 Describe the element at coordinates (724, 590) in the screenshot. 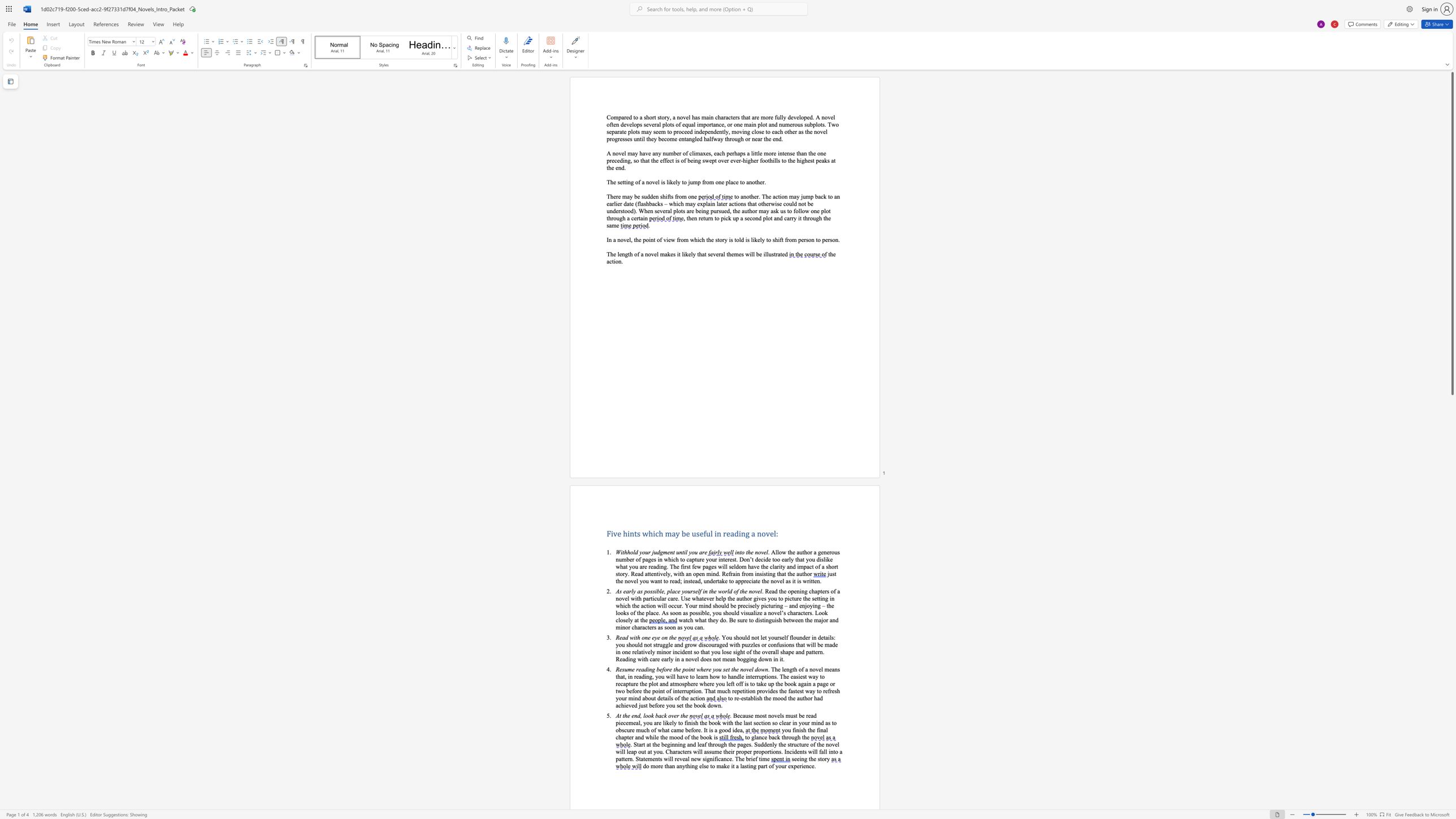

I see `the space between the continuous character "o" and "r" in the text` at that location.